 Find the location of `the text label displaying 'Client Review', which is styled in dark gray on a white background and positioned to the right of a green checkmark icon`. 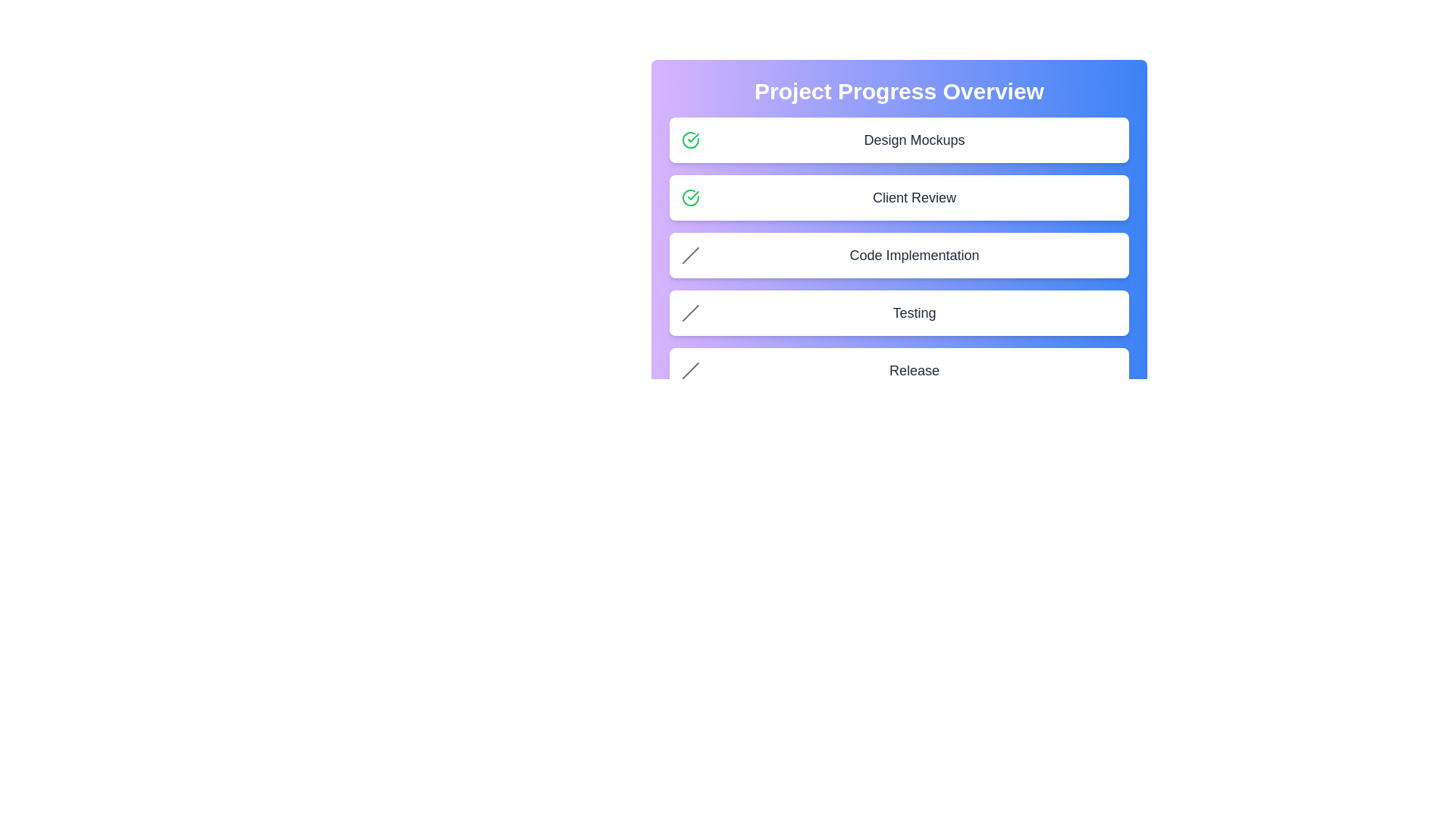

the text label displaying 'Client Review', which is styled in dark gray on a white background and positioned to the right of a green checkmark icon is located at coordinates (913, 197).